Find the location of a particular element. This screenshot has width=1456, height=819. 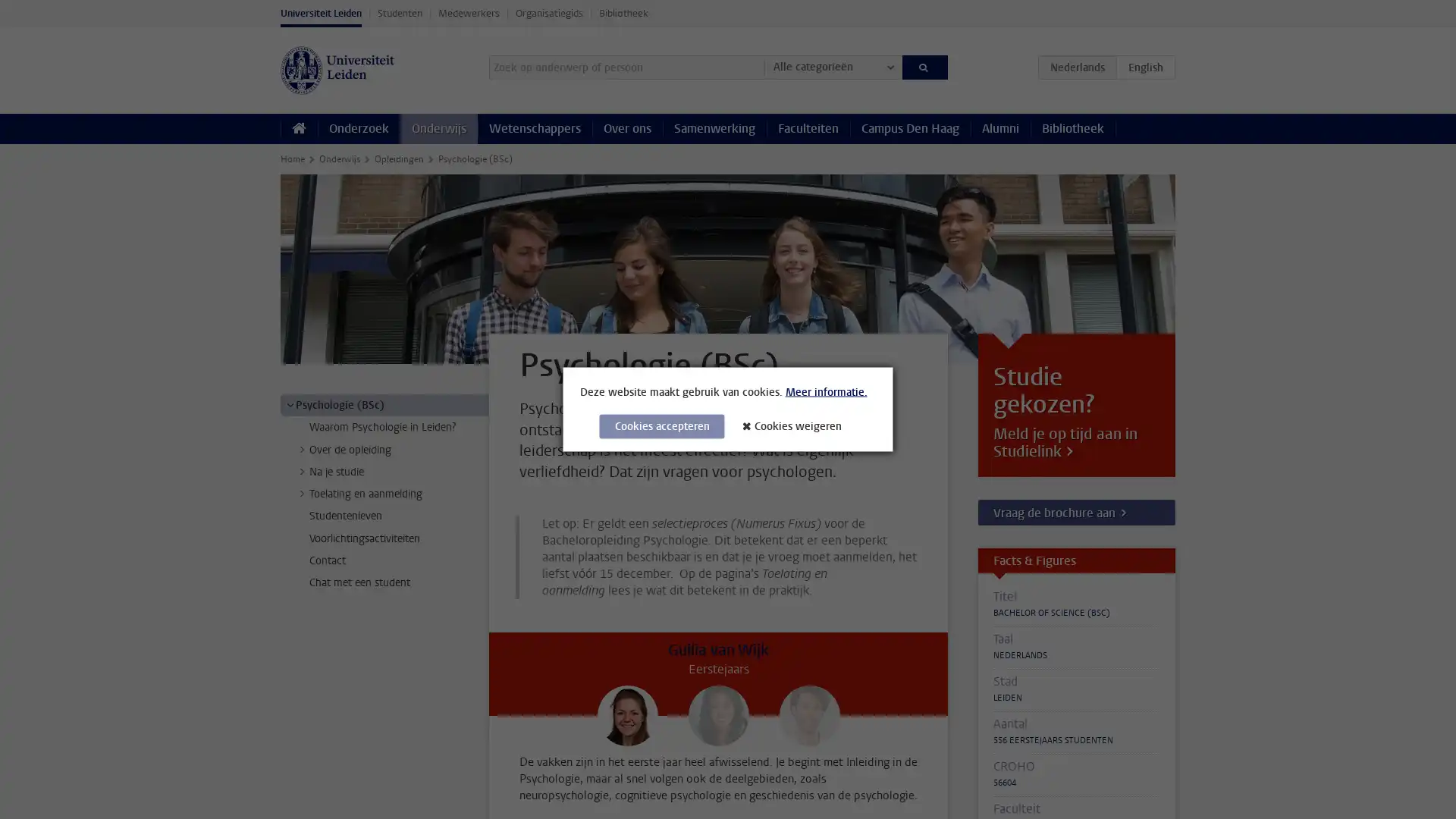

> is located at coordinates (290, 403).